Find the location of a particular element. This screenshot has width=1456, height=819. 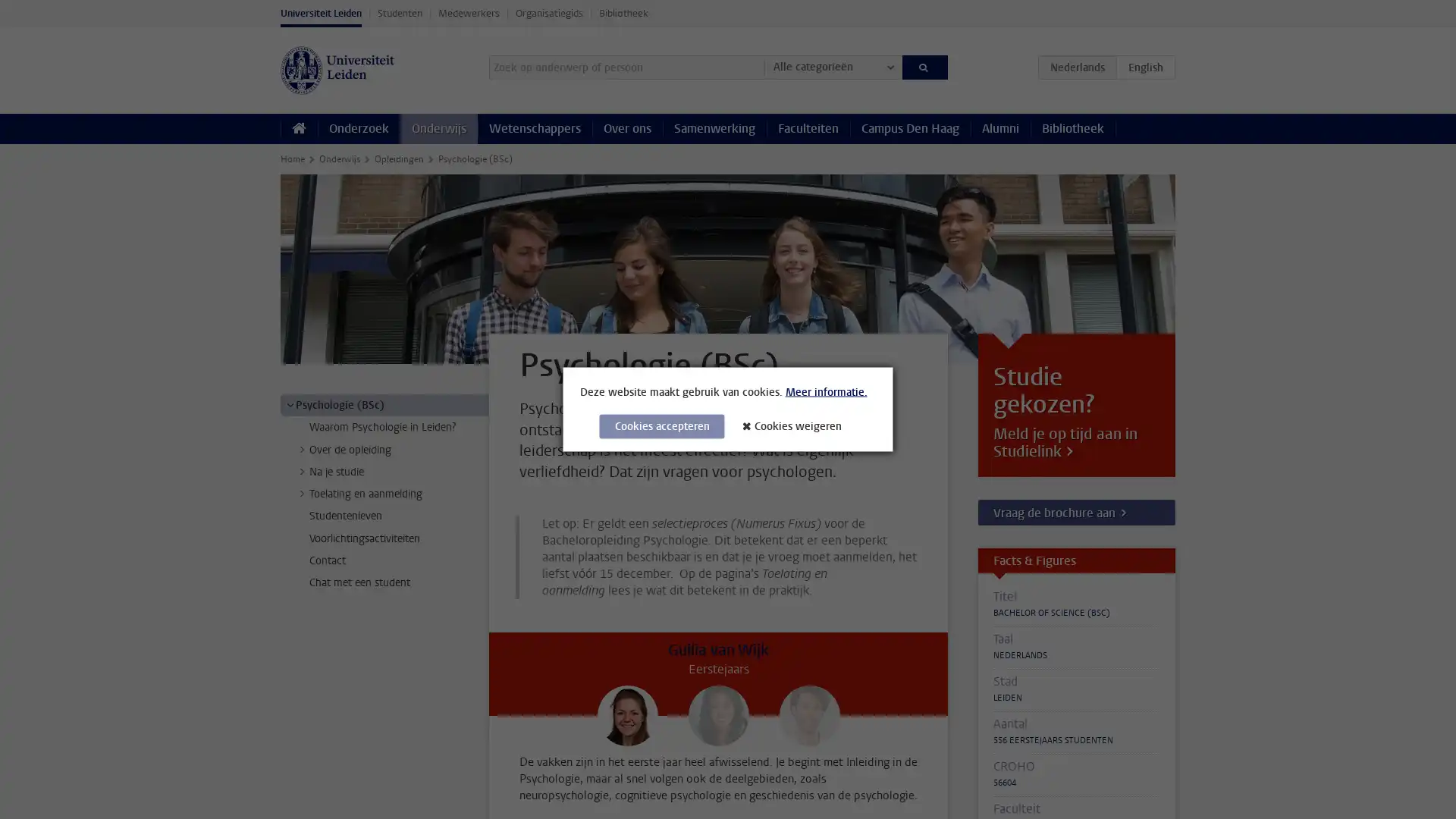

> is located at coordinates (290, 403).